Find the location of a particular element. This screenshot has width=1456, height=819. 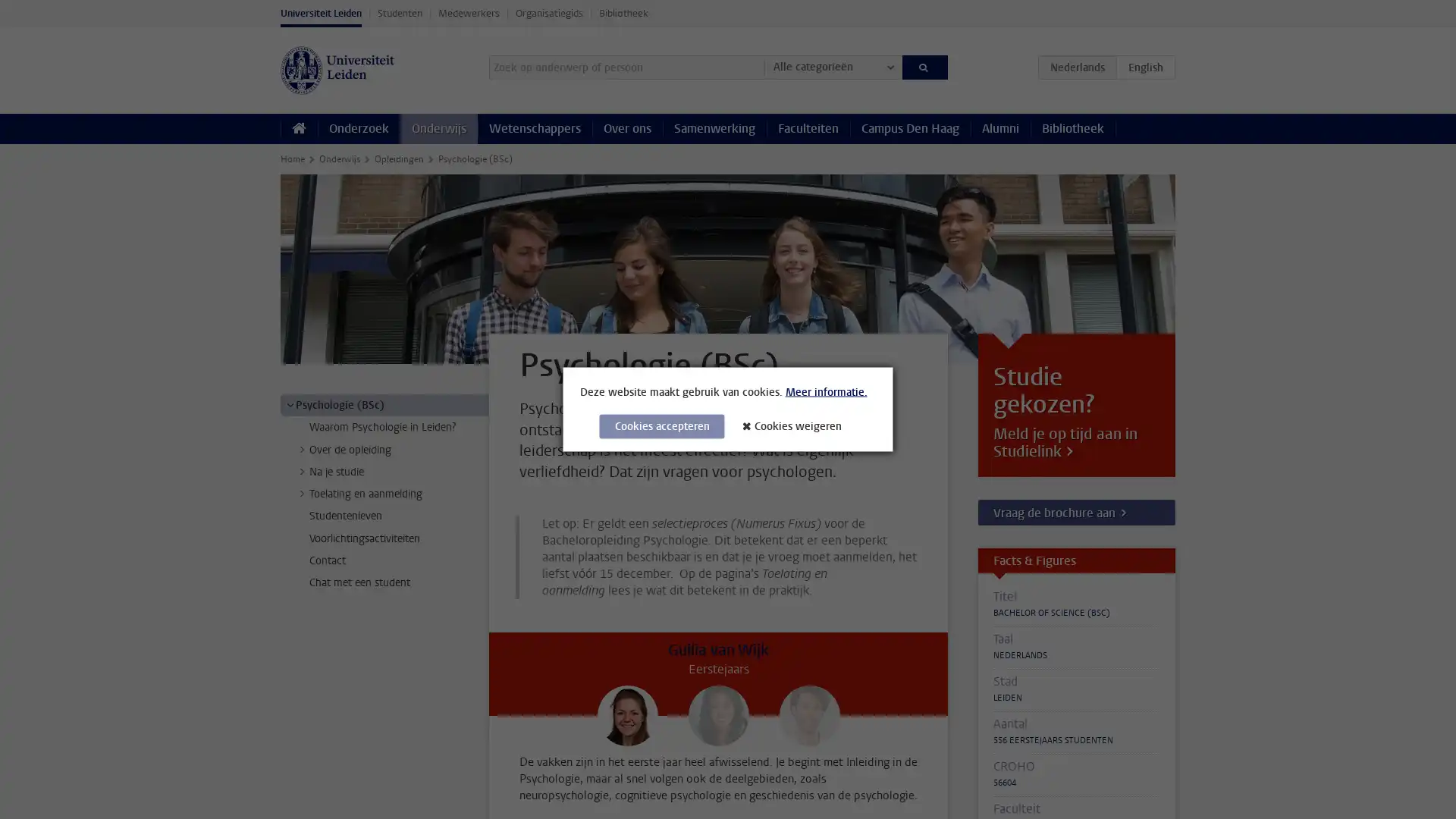

> is located at coordinates (290, 403).